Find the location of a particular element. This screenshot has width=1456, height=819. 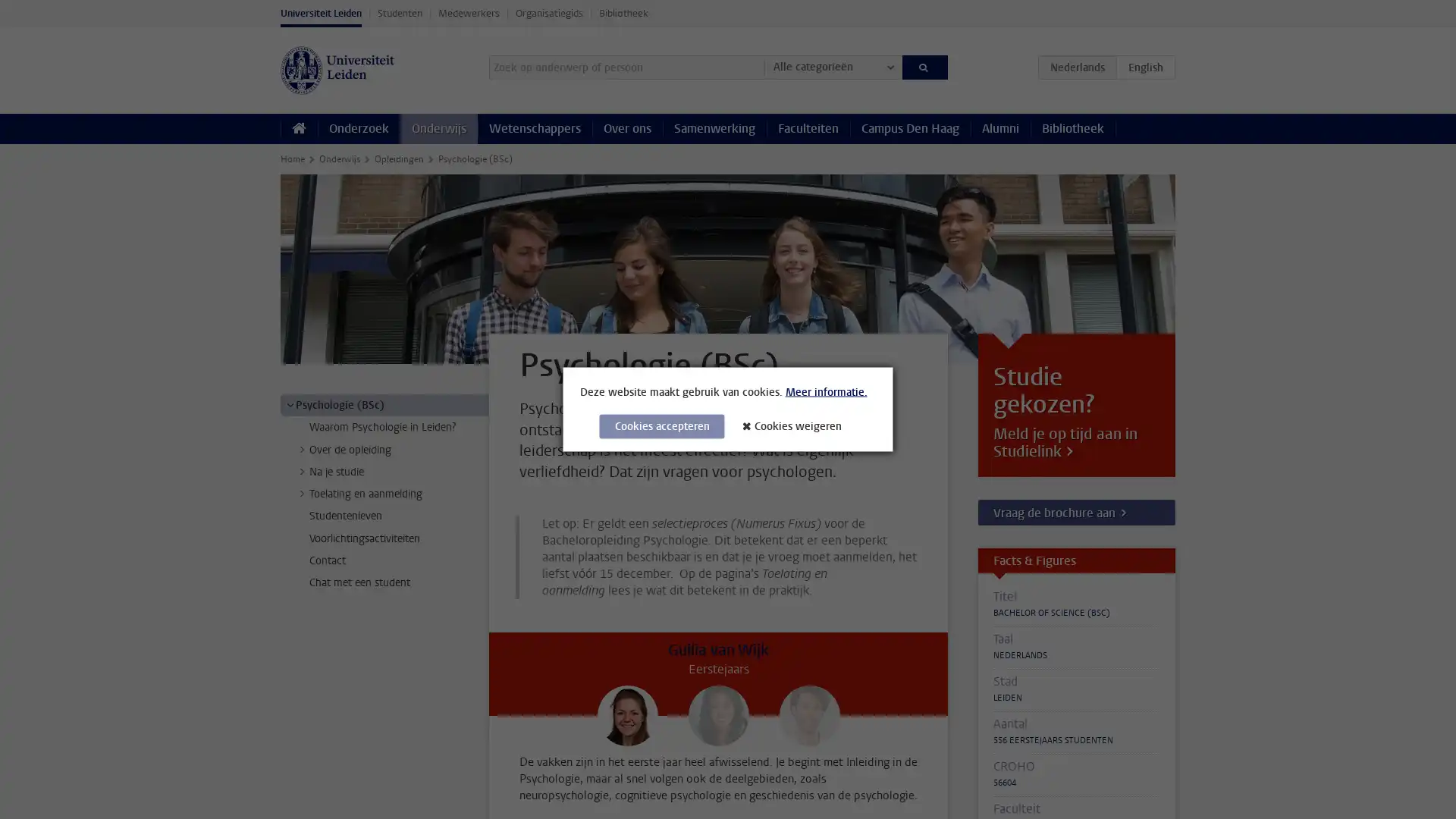

> is located at coordinates (290, 403).